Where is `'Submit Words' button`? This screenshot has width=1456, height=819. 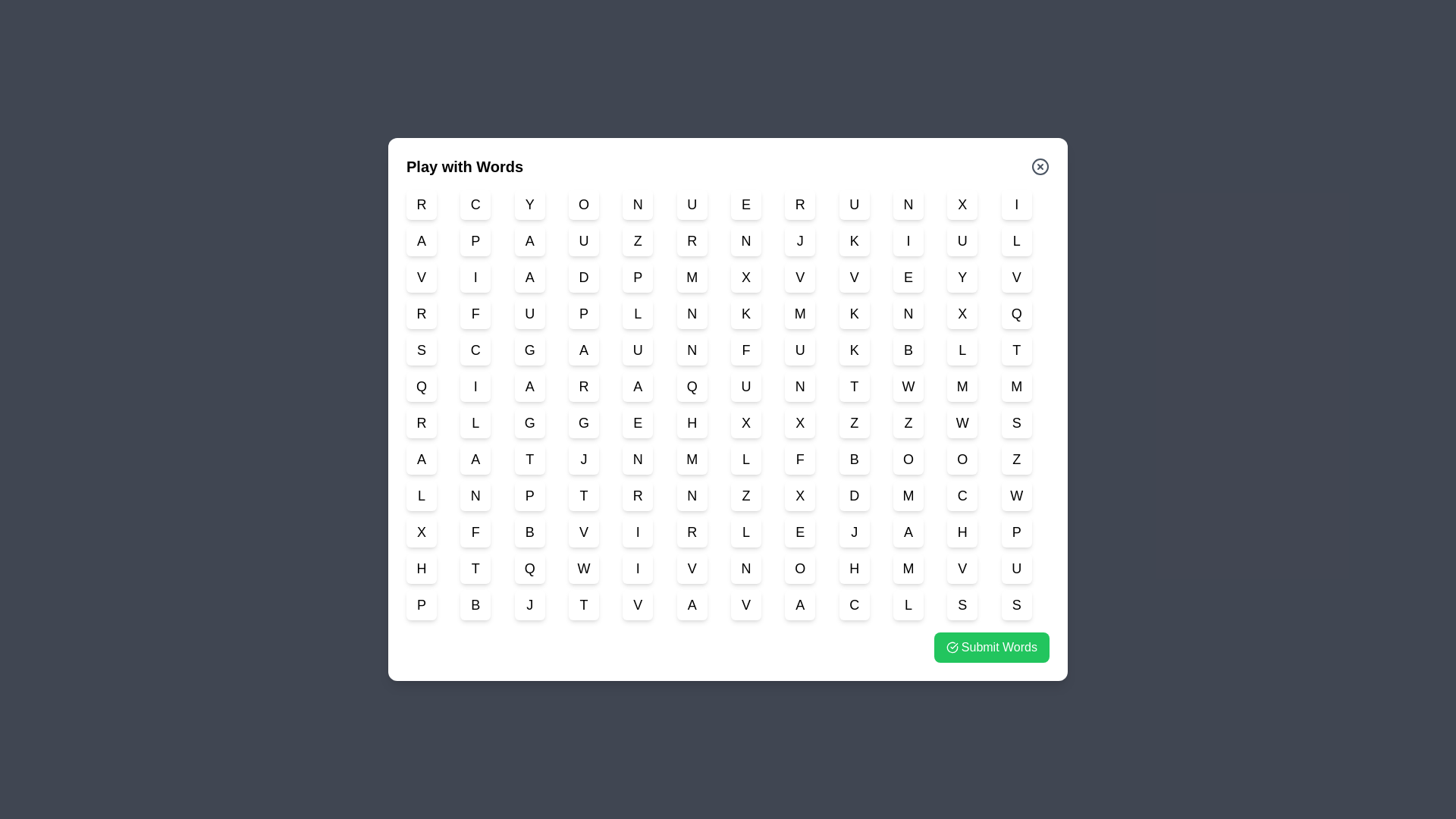
'Submit Words' button is located at coordinates (990, 647).